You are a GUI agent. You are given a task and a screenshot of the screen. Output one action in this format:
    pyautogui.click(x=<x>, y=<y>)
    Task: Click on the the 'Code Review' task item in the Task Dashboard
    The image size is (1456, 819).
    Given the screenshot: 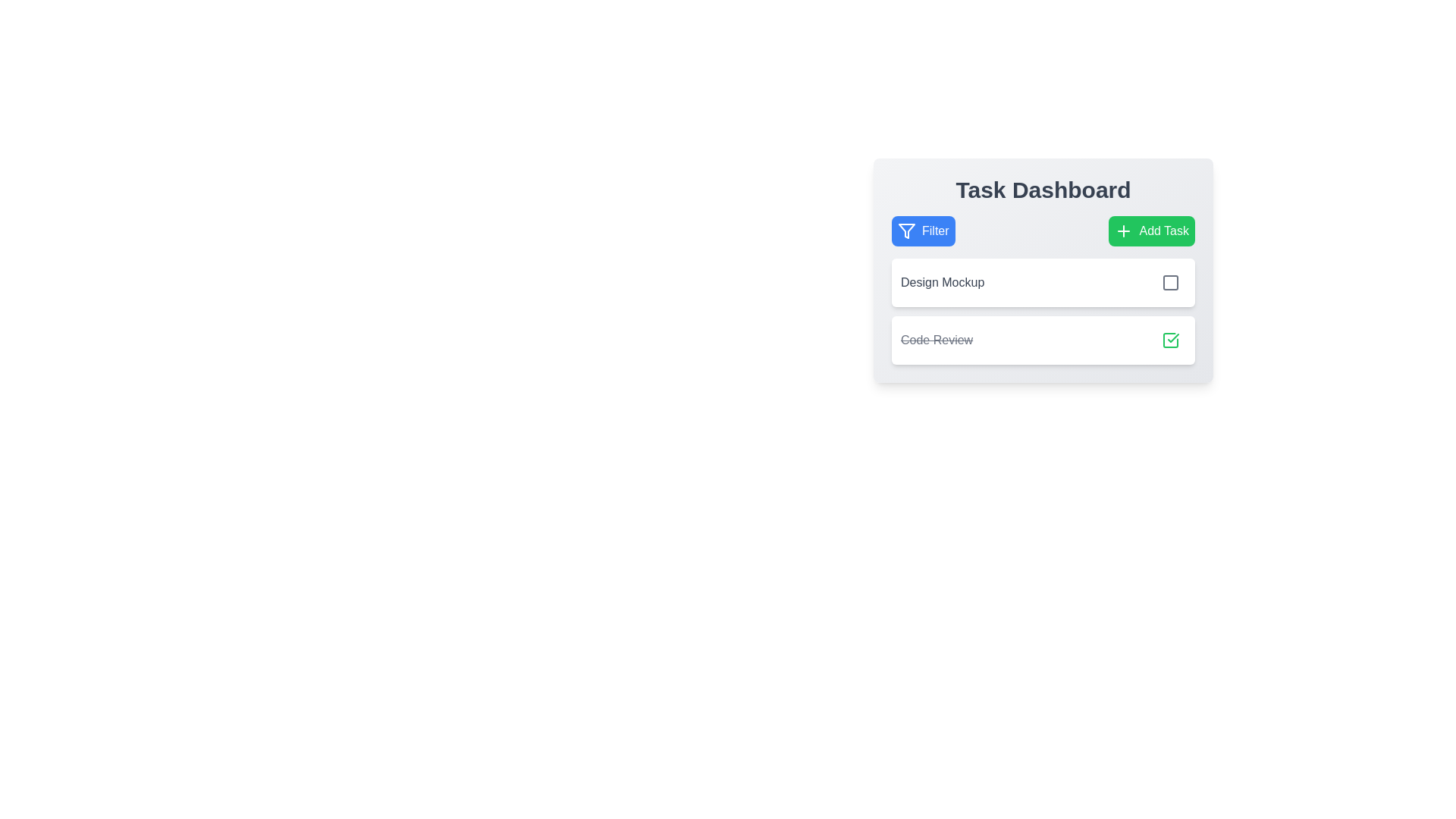 What is the action you would take?
    pyautogui.click(x=1043, y=339)
    